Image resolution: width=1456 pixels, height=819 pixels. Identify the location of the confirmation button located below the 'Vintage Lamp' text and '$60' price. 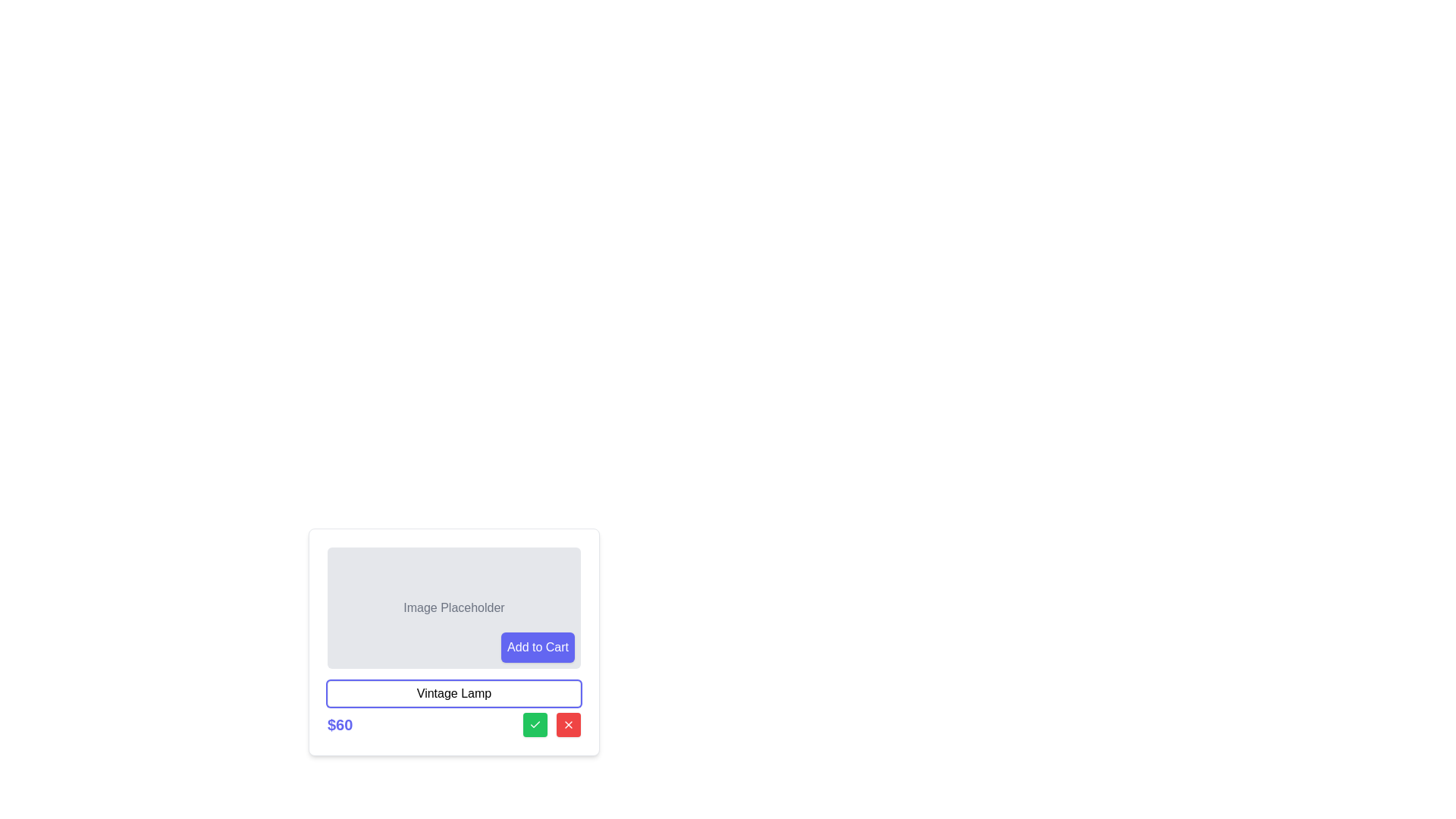
(535, 724).